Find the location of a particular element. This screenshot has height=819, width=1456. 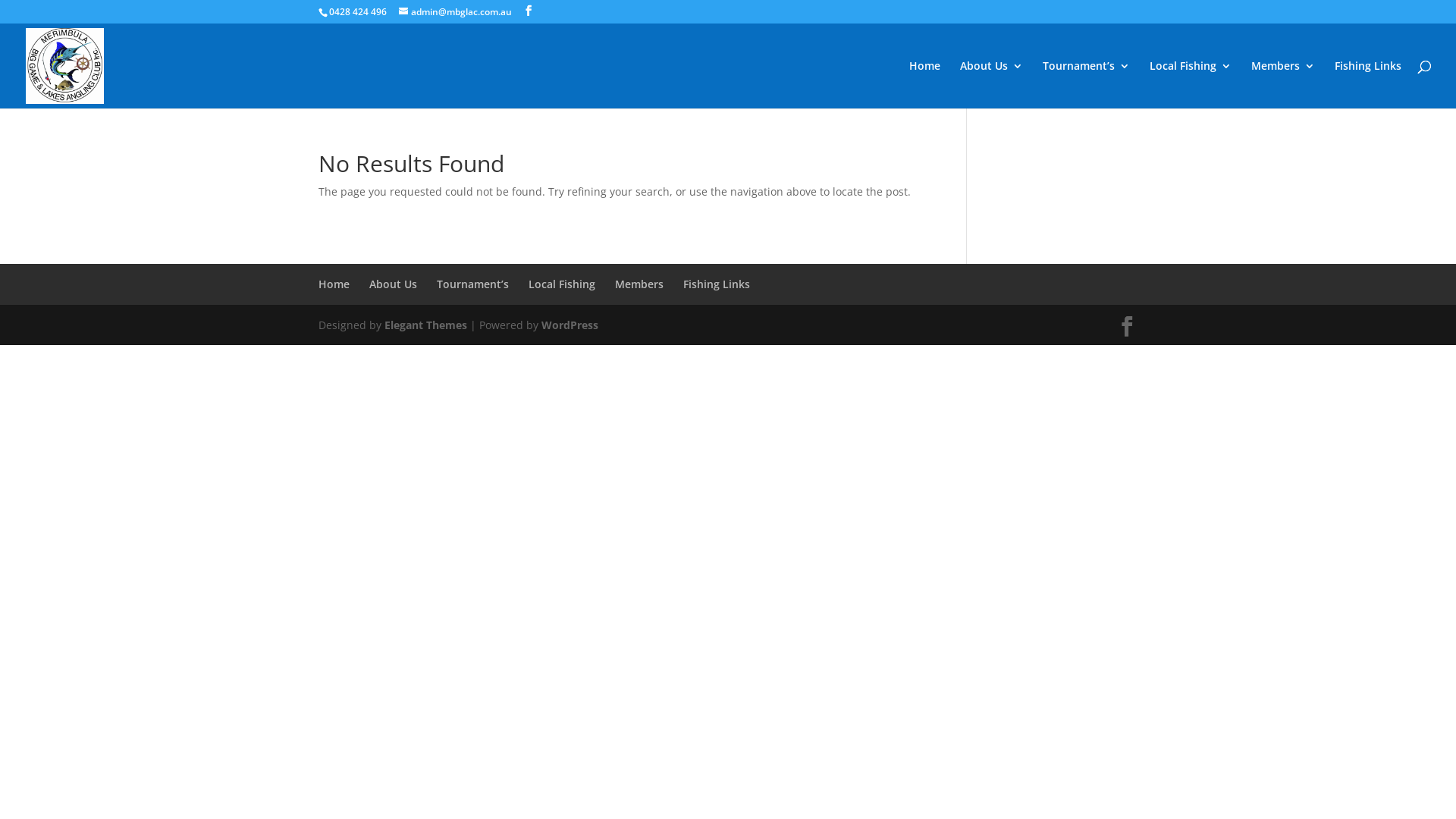

'About Us' is located at coordinates (393, 284).